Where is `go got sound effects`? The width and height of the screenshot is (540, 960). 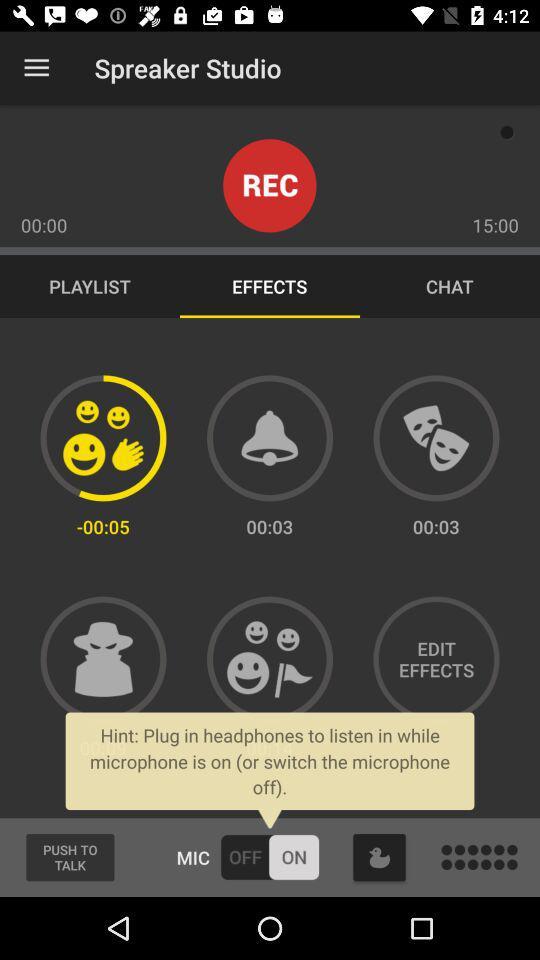
go got sound effects is located at coordinates (270, 438).